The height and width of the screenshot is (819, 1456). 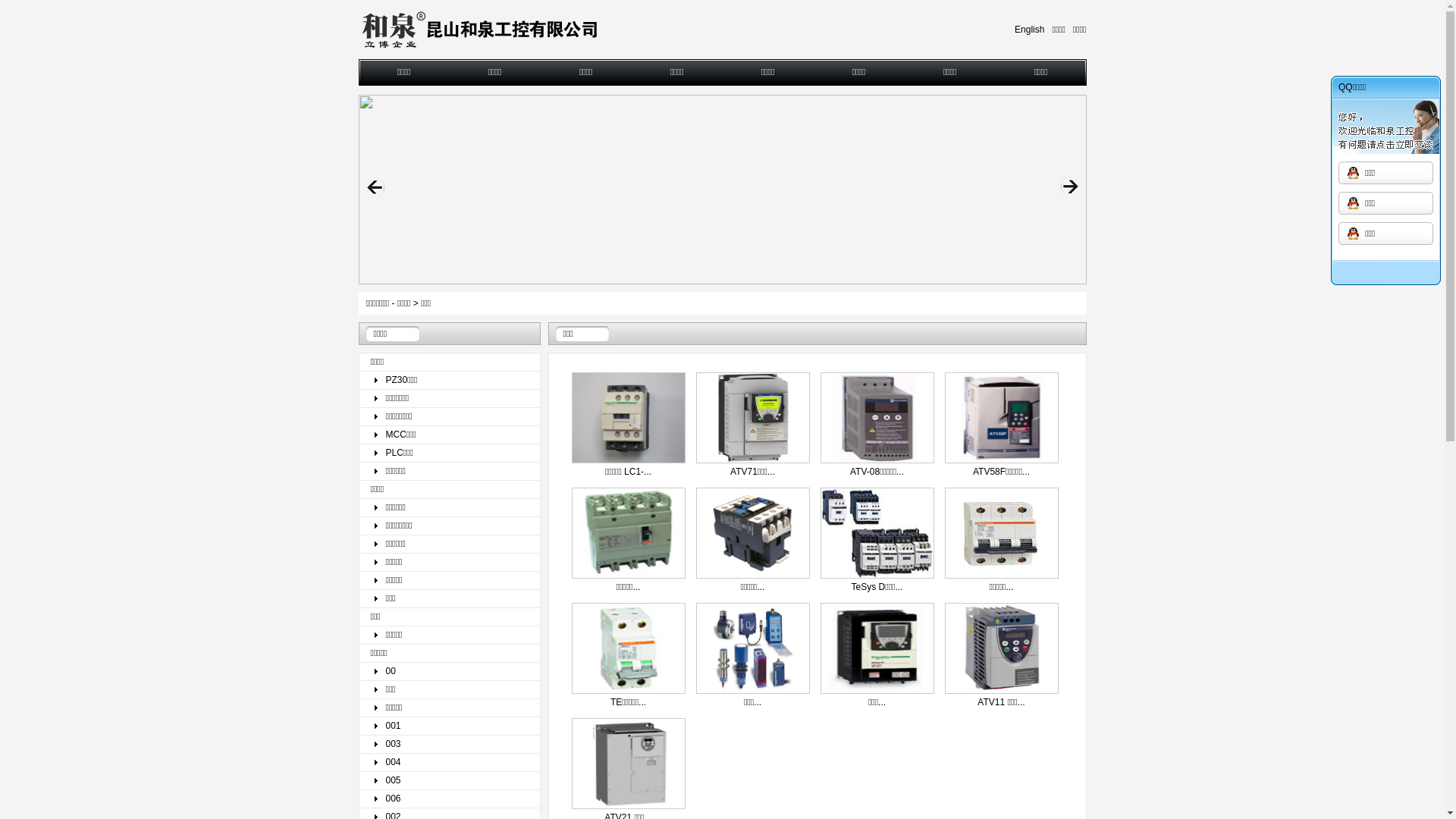 What do you see at coordinates (449, 743) in the screenshot?
I see `'003'` at bounding box center [449, 743].